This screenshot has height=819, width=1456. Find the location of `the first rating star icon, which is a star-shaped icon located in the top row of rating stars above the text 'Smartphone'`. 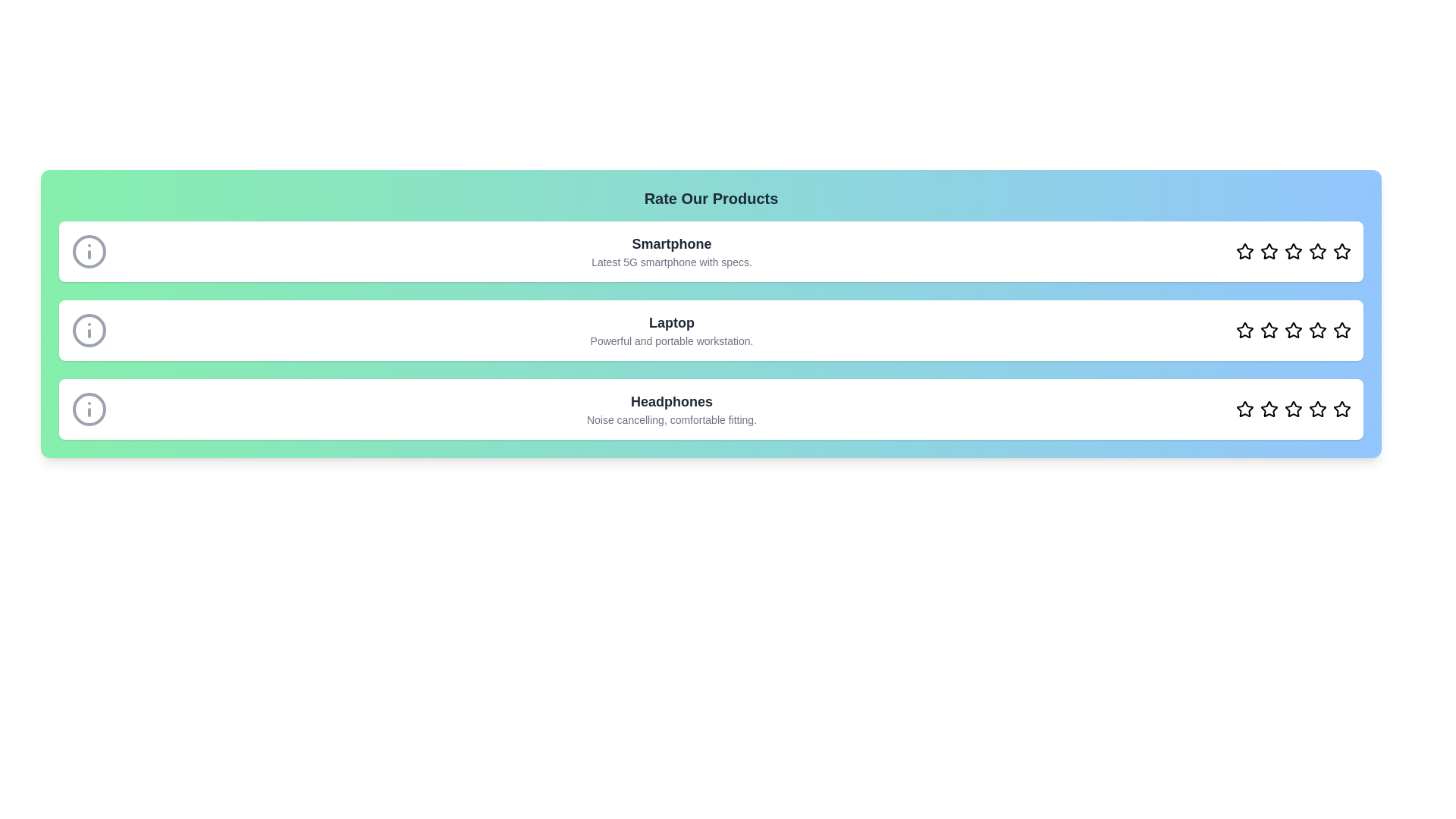

the first rating star icon, which is a star-shaped icon located in the top row of rating stars above the text 'Smartphone' is located at coordinates (1244, 250).